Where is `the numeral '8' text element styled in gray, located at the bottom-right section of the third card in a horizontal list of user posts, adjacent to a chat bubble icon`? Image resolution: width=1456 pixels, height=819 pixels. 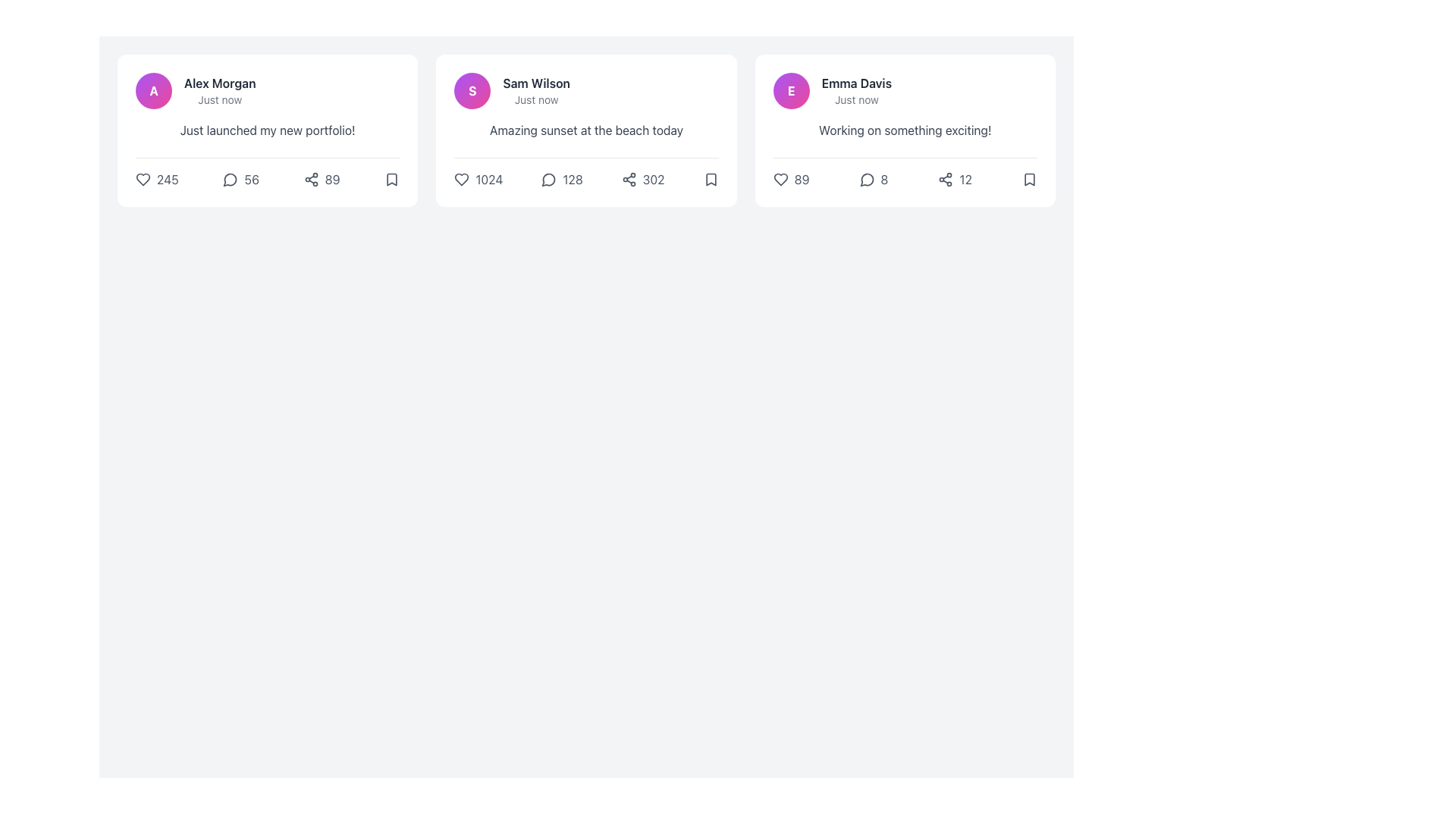
the numeral '8' text element styled in gray, located at the bottom-right section of the third card in a horizontal list of user posts, adjacent to a chat bubble icon is located at coordinates (884, 178).